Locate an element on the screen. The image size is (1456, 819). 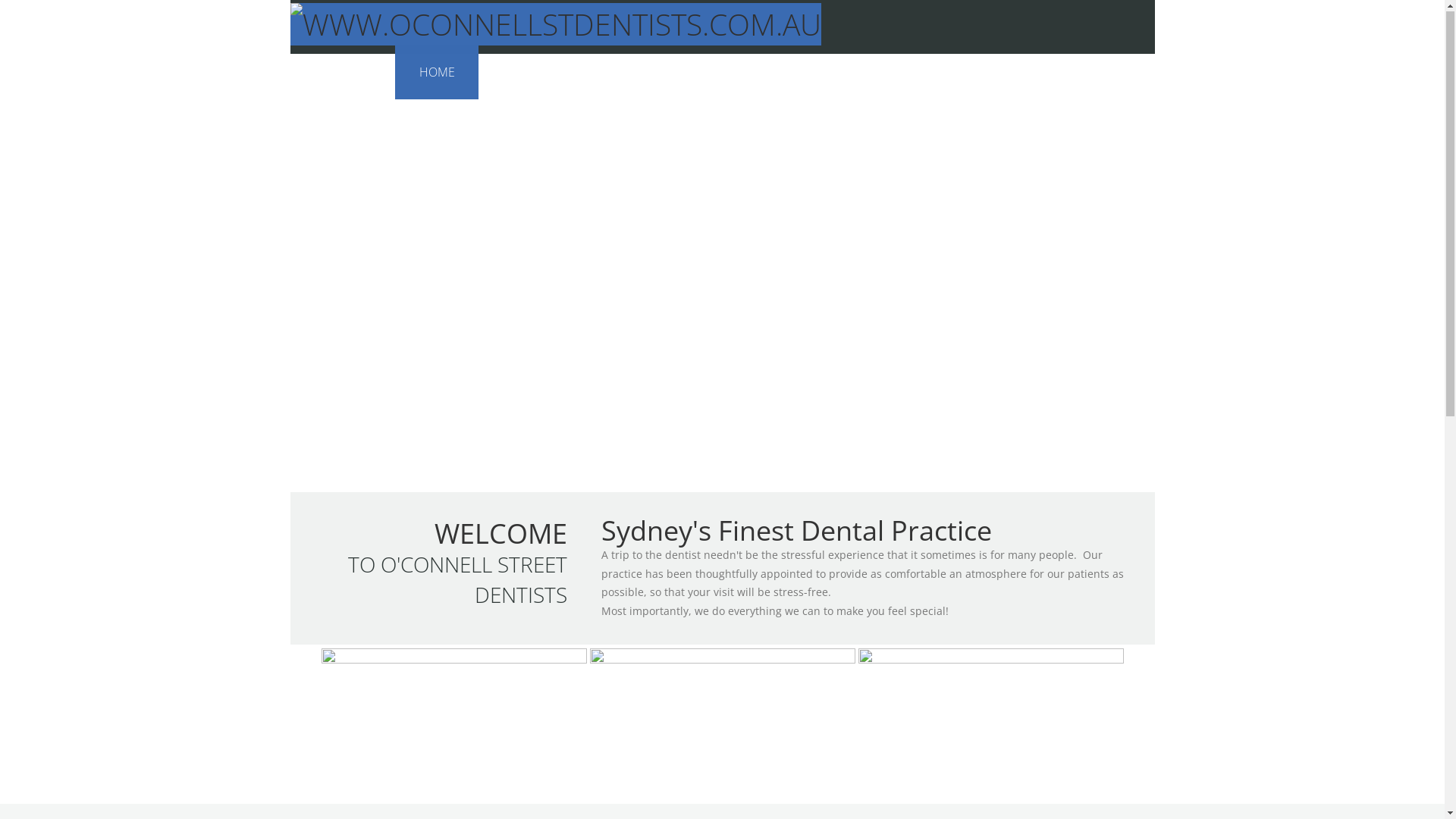
'www.oconnellstdentists.com.au' is located at coordinates (554, 25).